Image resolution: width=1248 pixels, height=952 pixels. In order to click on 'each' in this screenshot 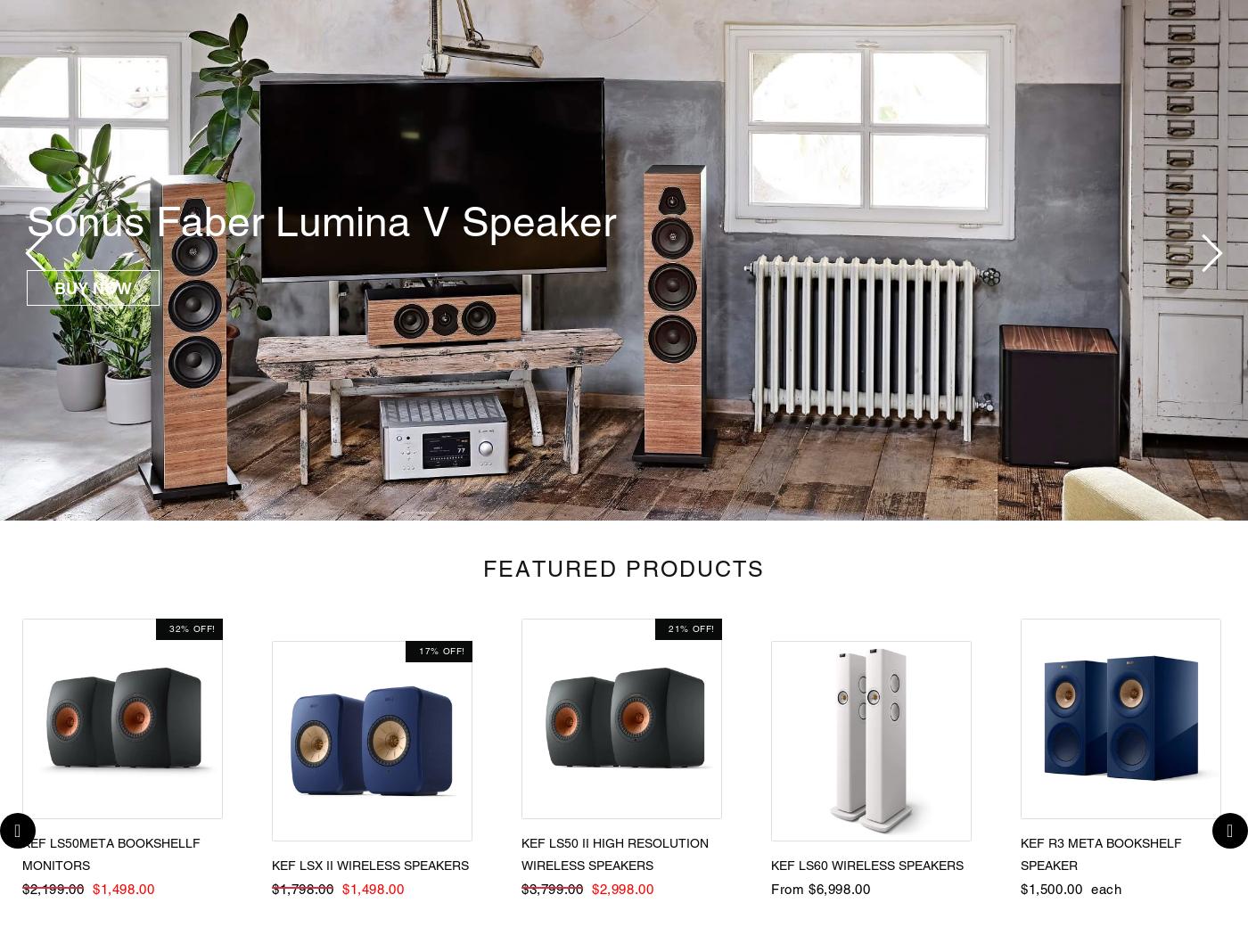, I will do `click(1104, 889)`.